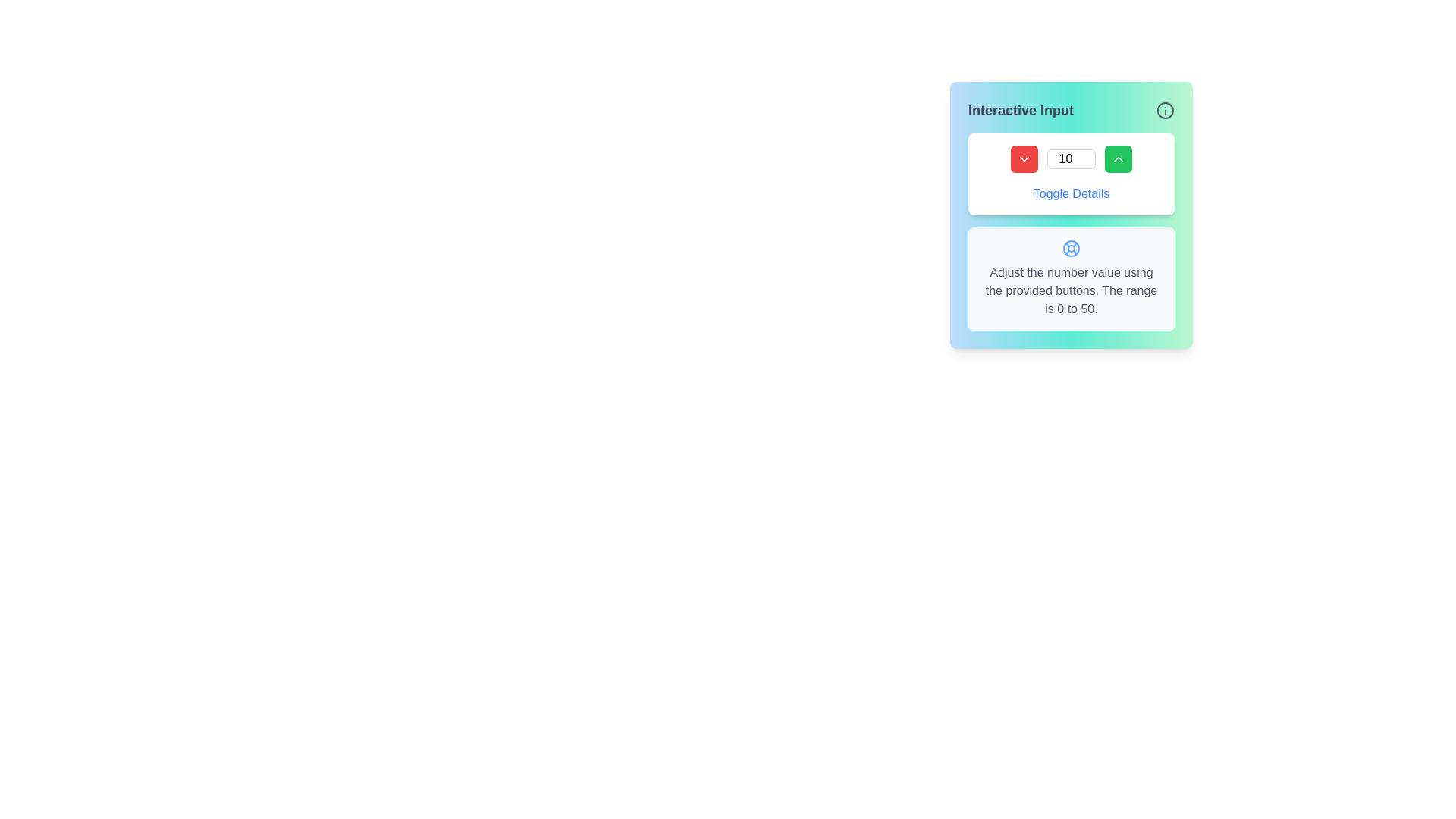 Image resolution: width=1456 pixels, height=819 pixels. What do you see at coordinates (1070, 247) in the screenshot?
I see `the SVG icon located in the middle of the descriptive block below the 'Interactive Input' section, which symbolizes assistance or safety settings` at bounding box center [1070, 247].